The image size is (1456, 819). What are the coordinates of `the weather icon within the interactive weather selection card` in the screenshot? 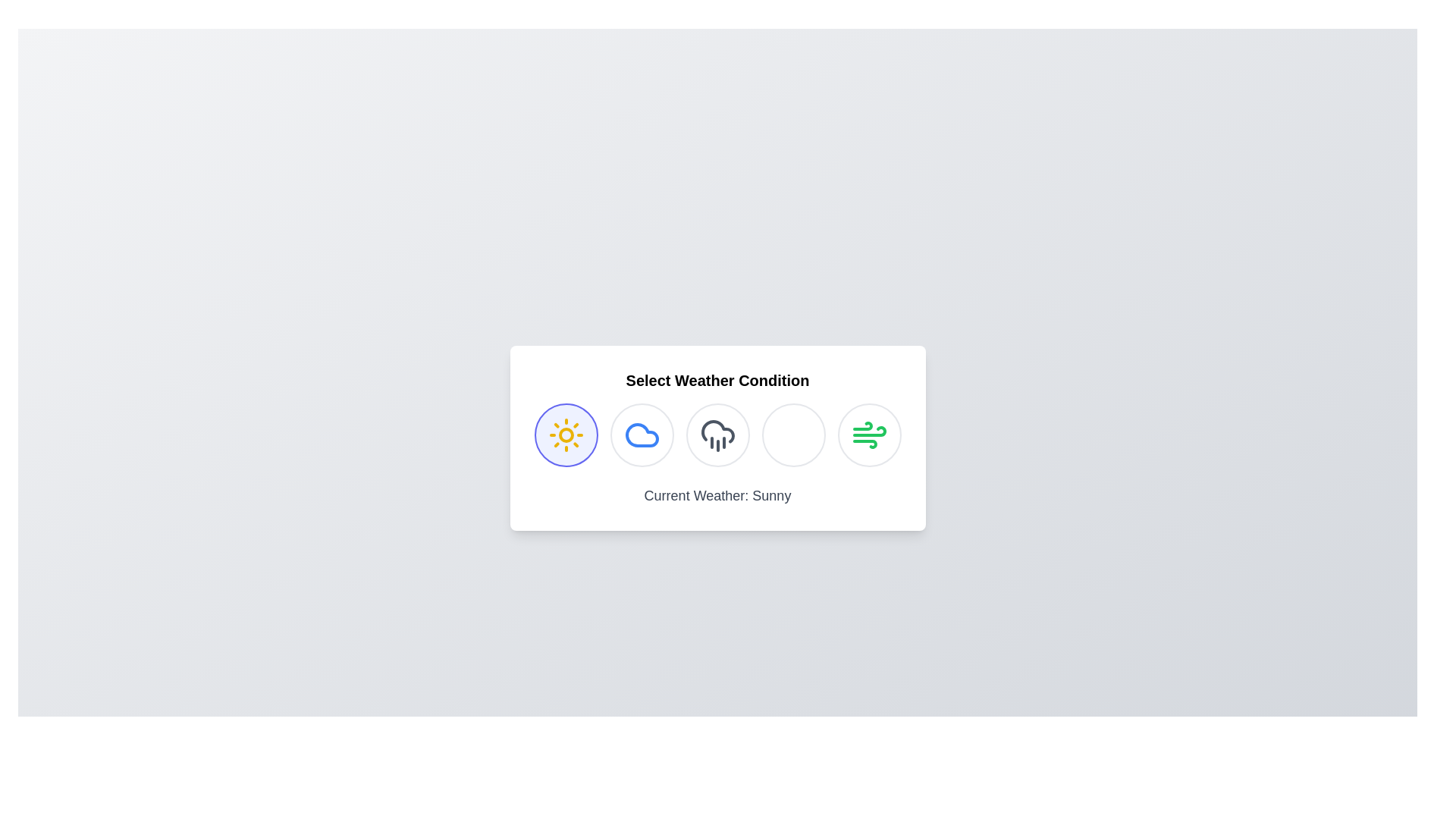 It's located at (717, 438).